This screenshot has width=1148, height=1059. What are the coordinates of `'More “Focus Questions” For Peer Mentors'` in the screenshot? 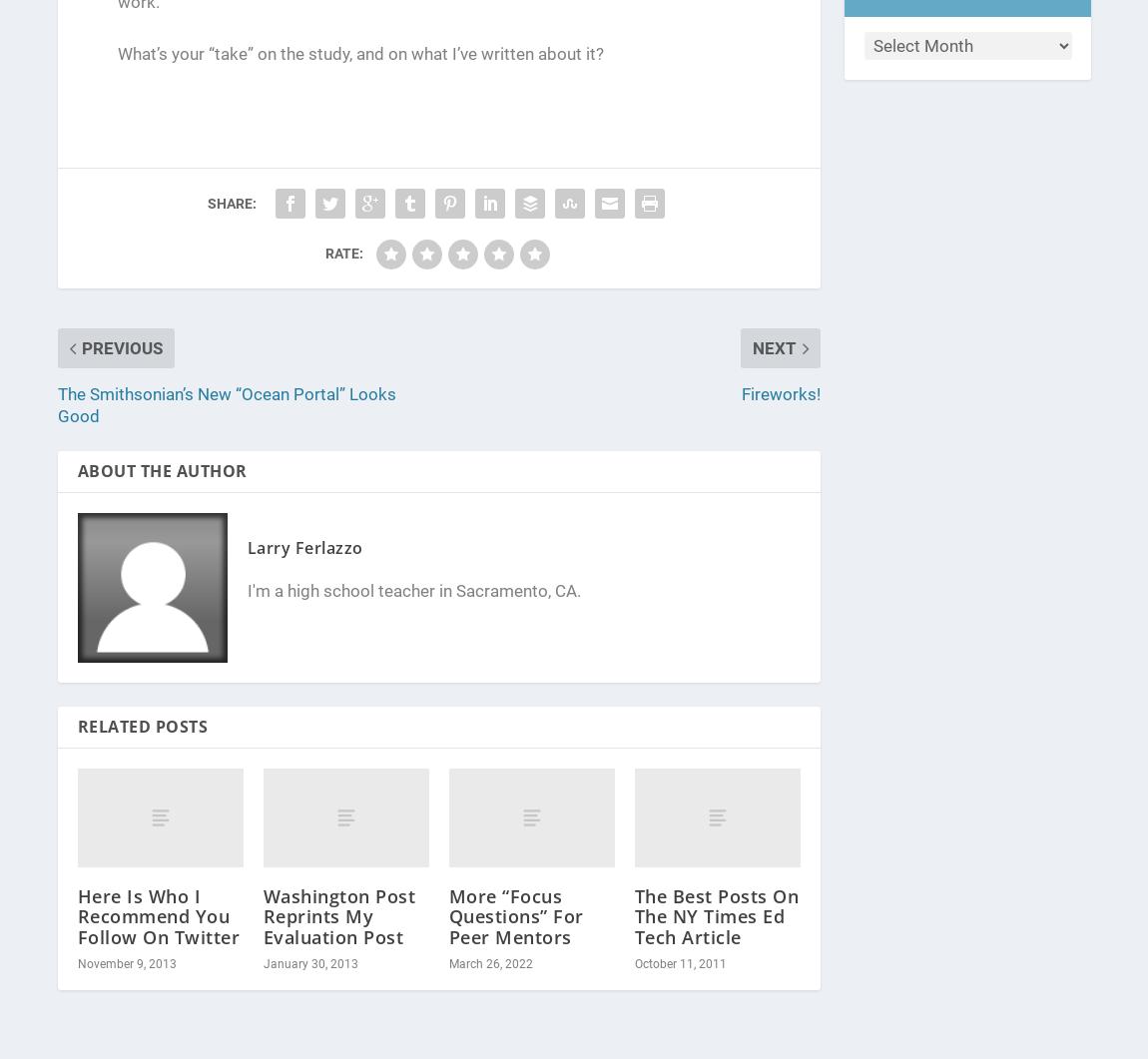 It's located at (515, 915).